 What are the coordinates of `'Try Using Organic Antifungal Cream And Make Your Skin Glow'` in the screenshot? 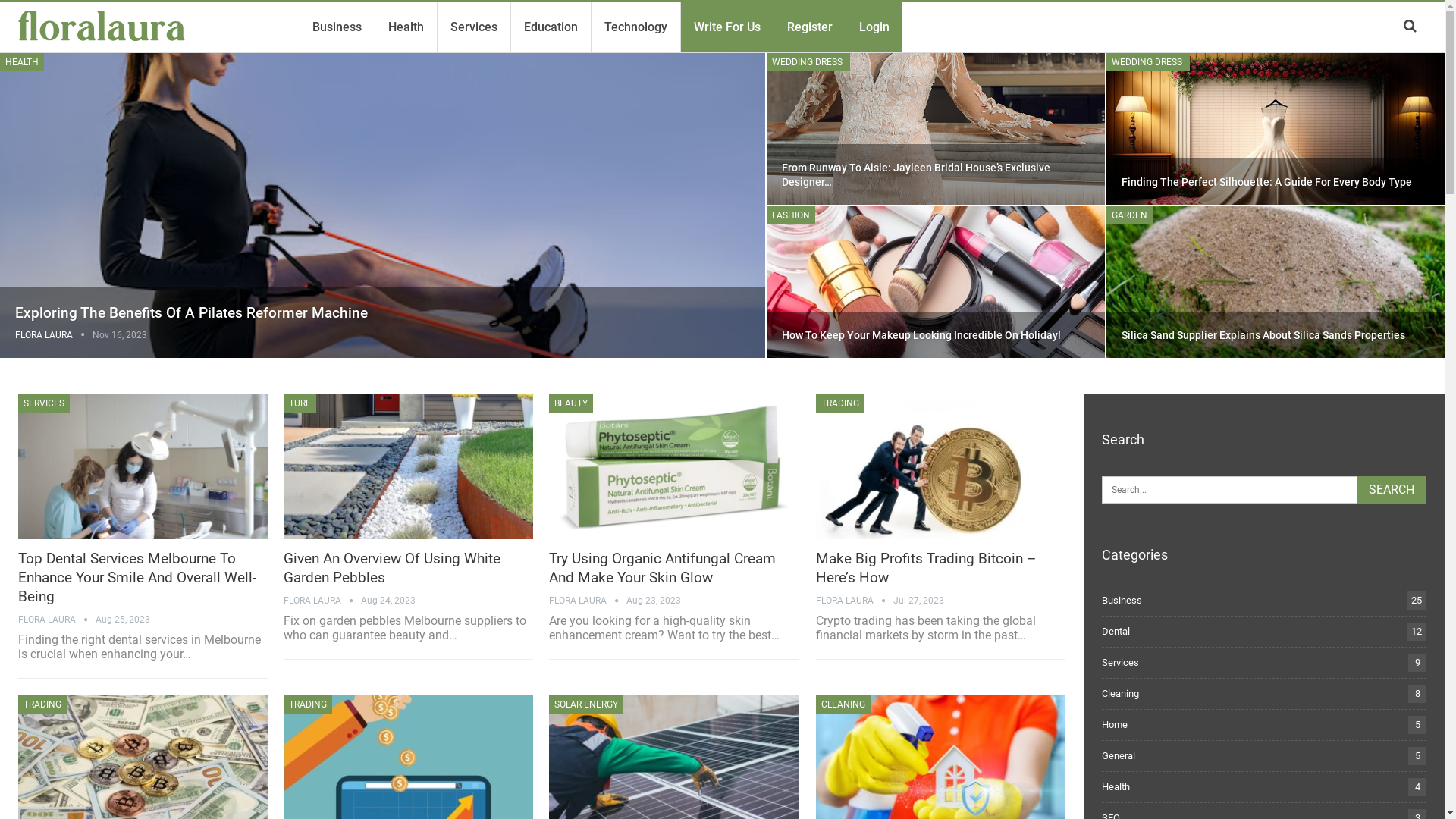 It's located at (673, 466).